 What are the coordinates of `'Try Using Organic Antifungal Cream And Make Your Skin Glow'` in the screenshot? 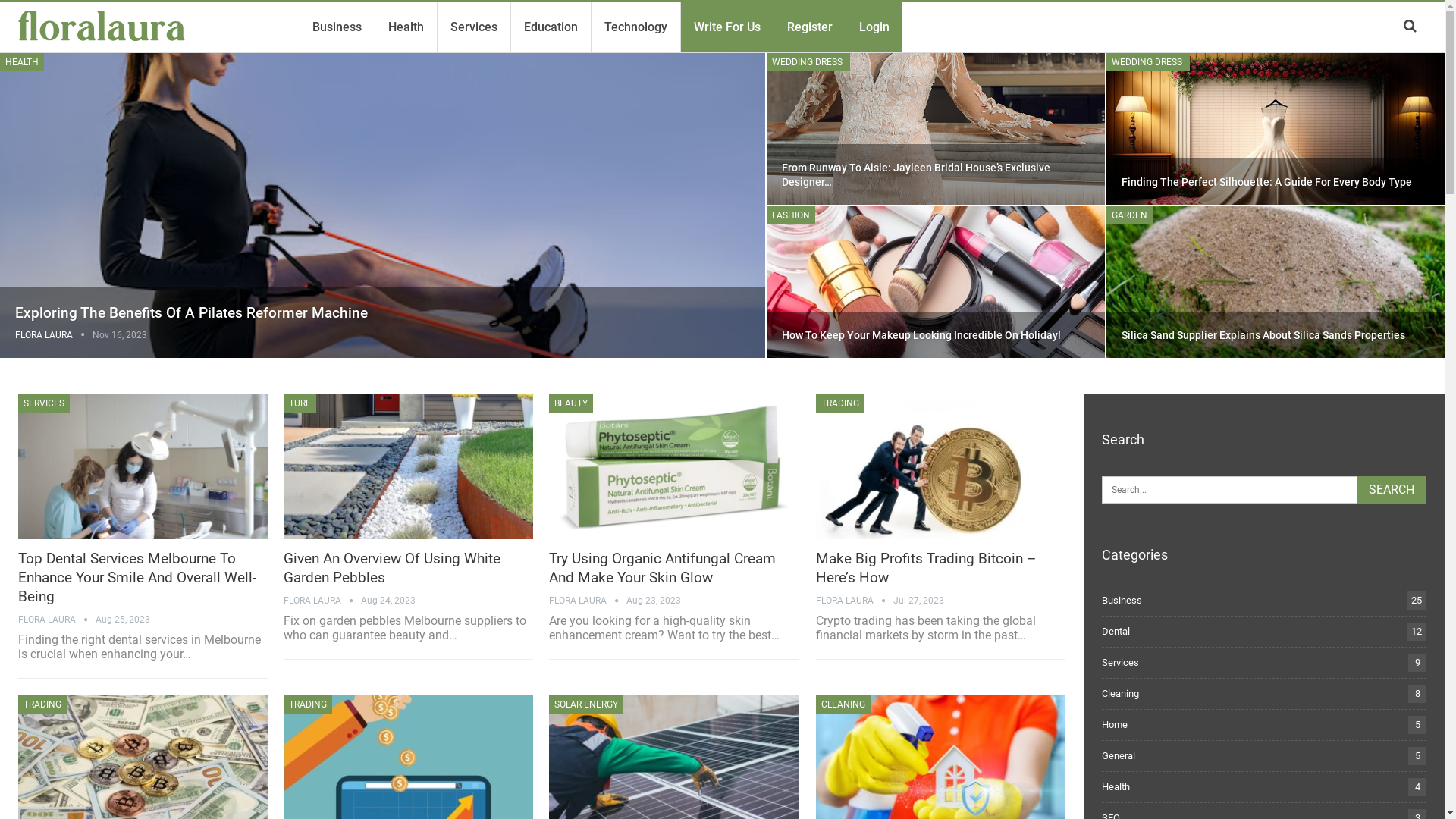 It's located at (673, 466).